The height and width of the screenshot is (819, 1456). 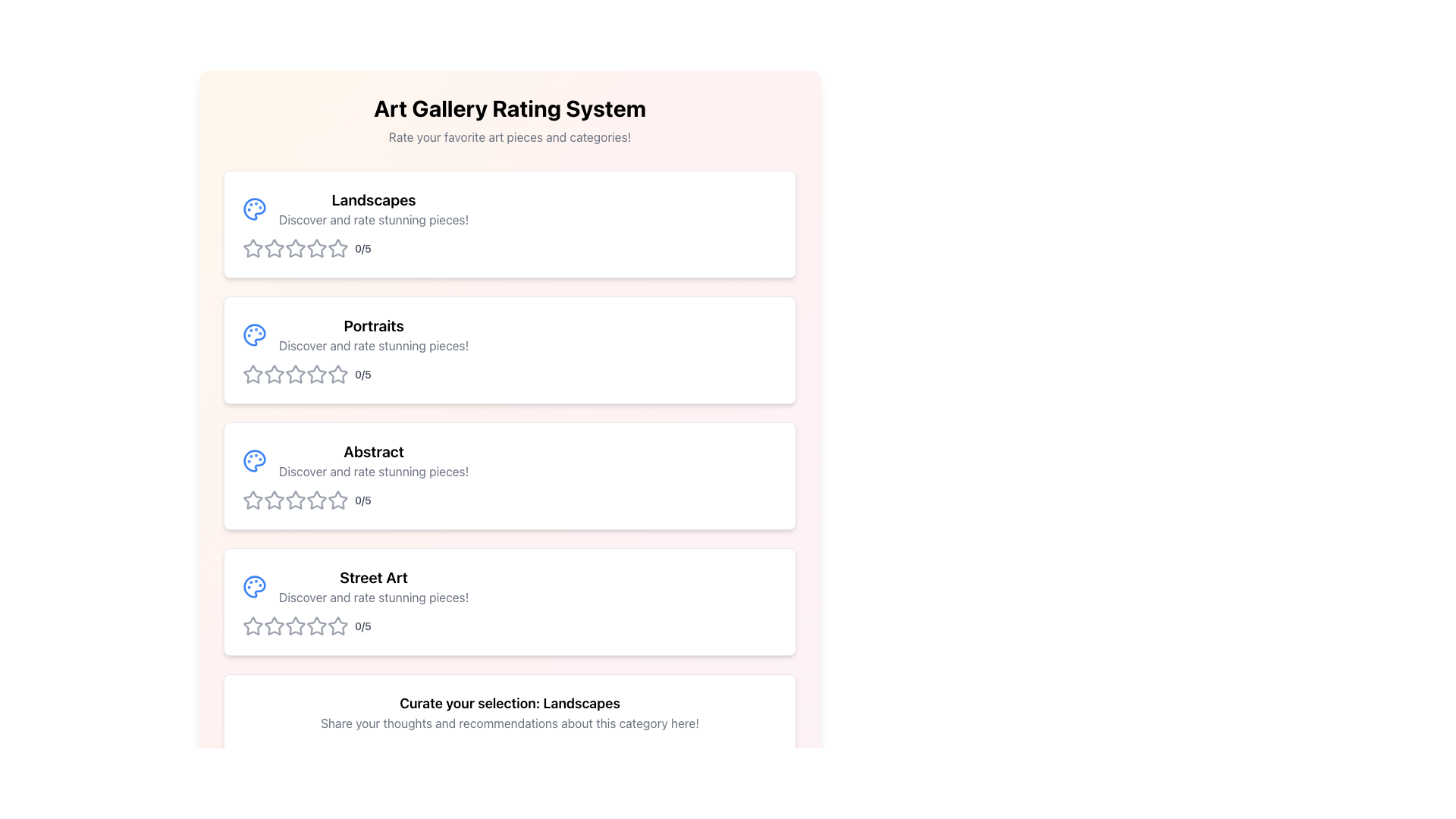 I want to click on the second star icon used in the rating system for the 'Portraits' category for accessibility purposes, so click(x=274, y=374).